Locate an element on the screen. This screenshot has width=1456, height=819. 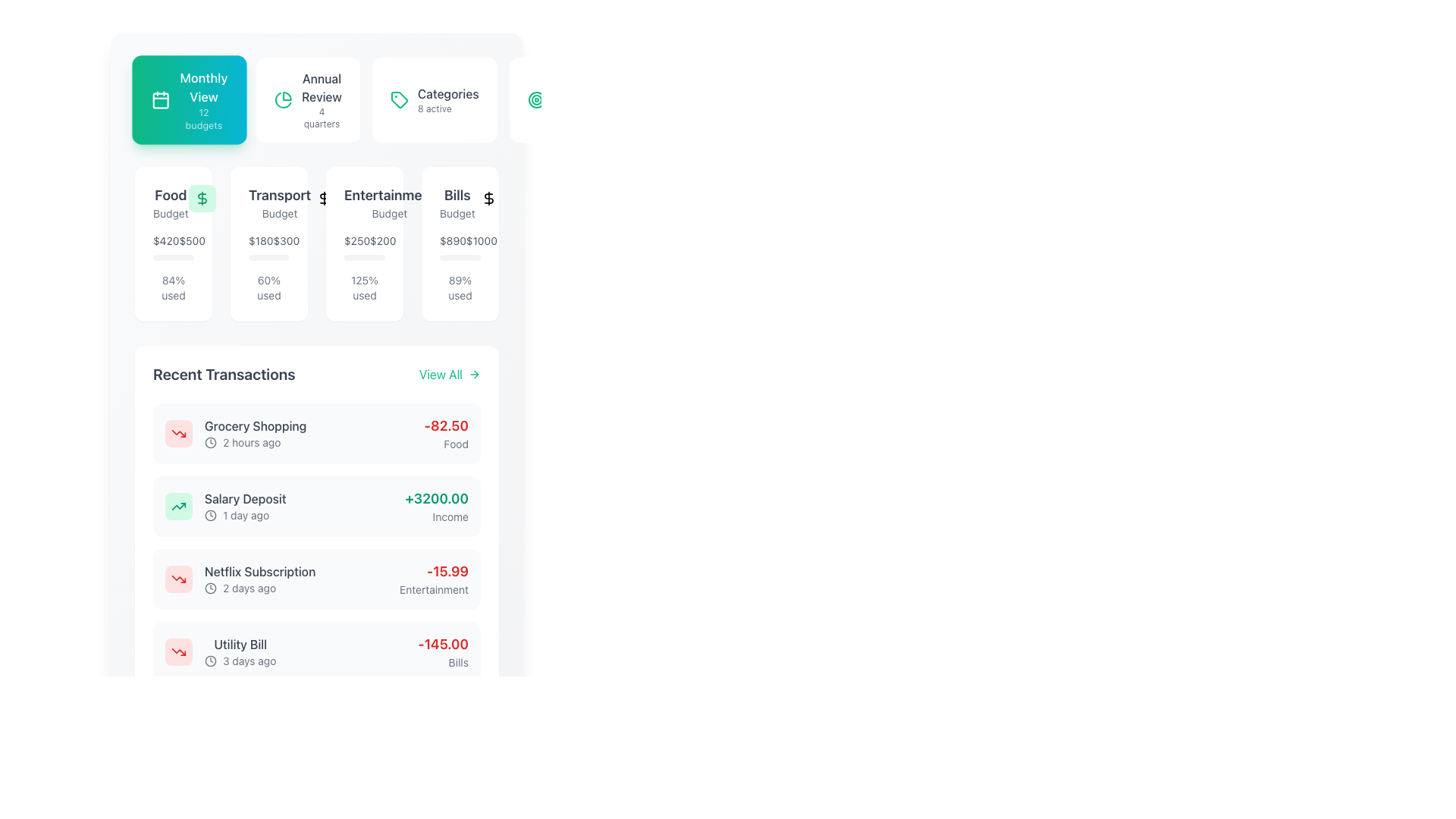
the third entry in the 'Recent Transactions' list which represents the transaction record for 'Netflix Subscription' that occurred '2 days ago' to interact or view details is located at coordinates (240, 579).